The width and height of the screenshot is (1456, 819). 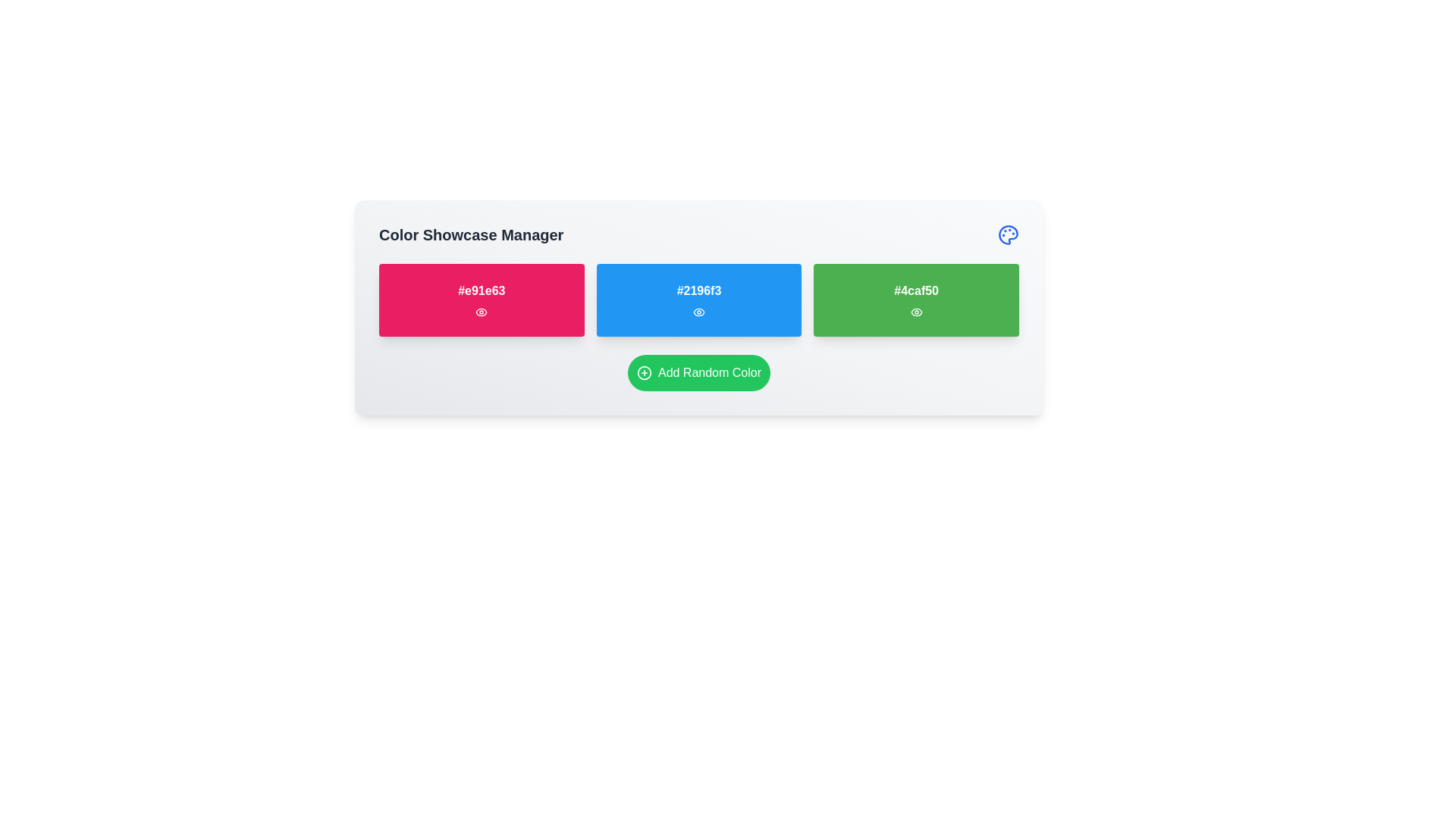 What do you see at coordinates (644, 373) in the screenshot?
I see `the Circular Icon that represents the action of adding a new random color, located at the bottom center of the interface` at bounding box center [644, 373].